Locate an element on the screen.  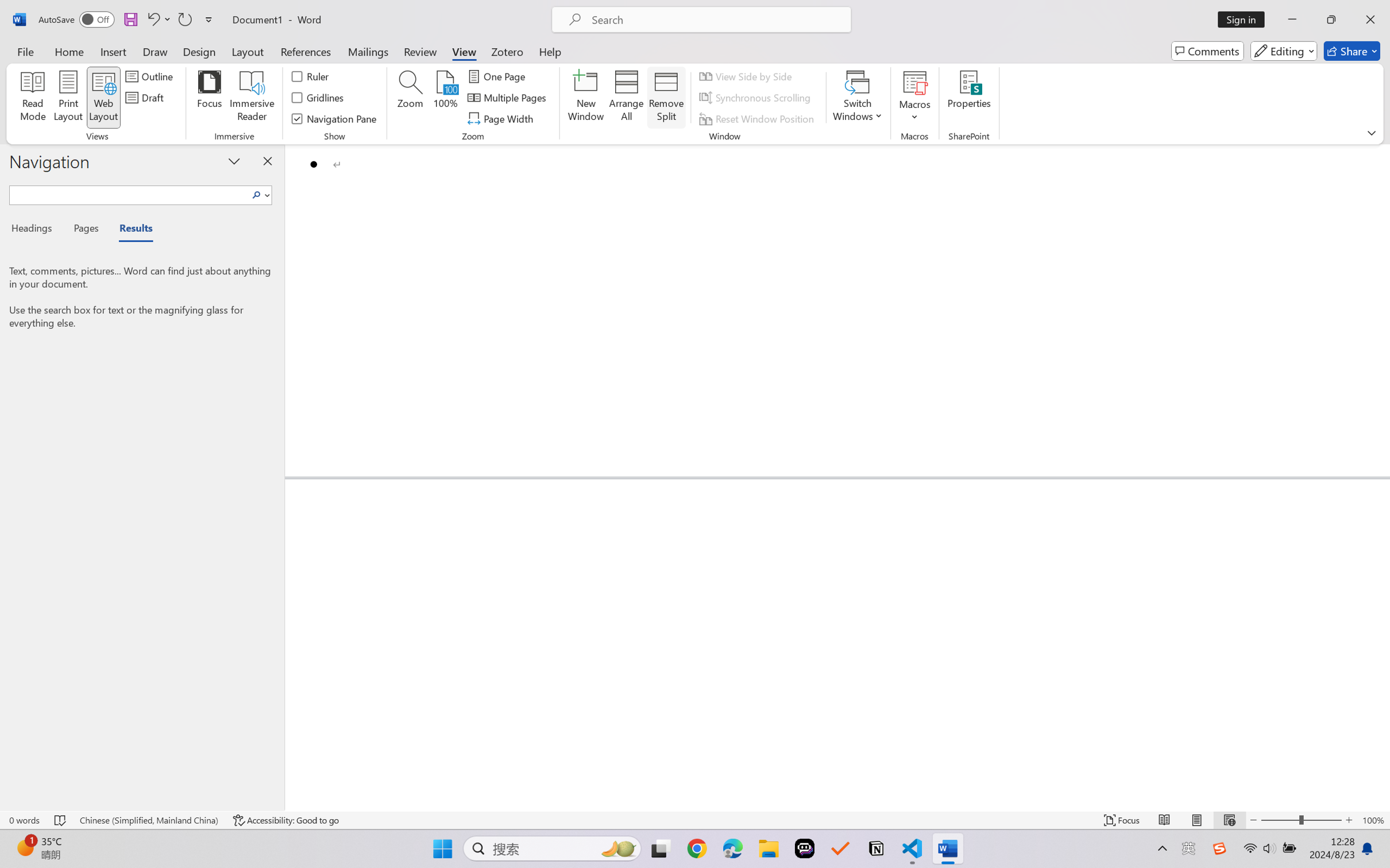
'Headings' is located at coordinates (35, 230).